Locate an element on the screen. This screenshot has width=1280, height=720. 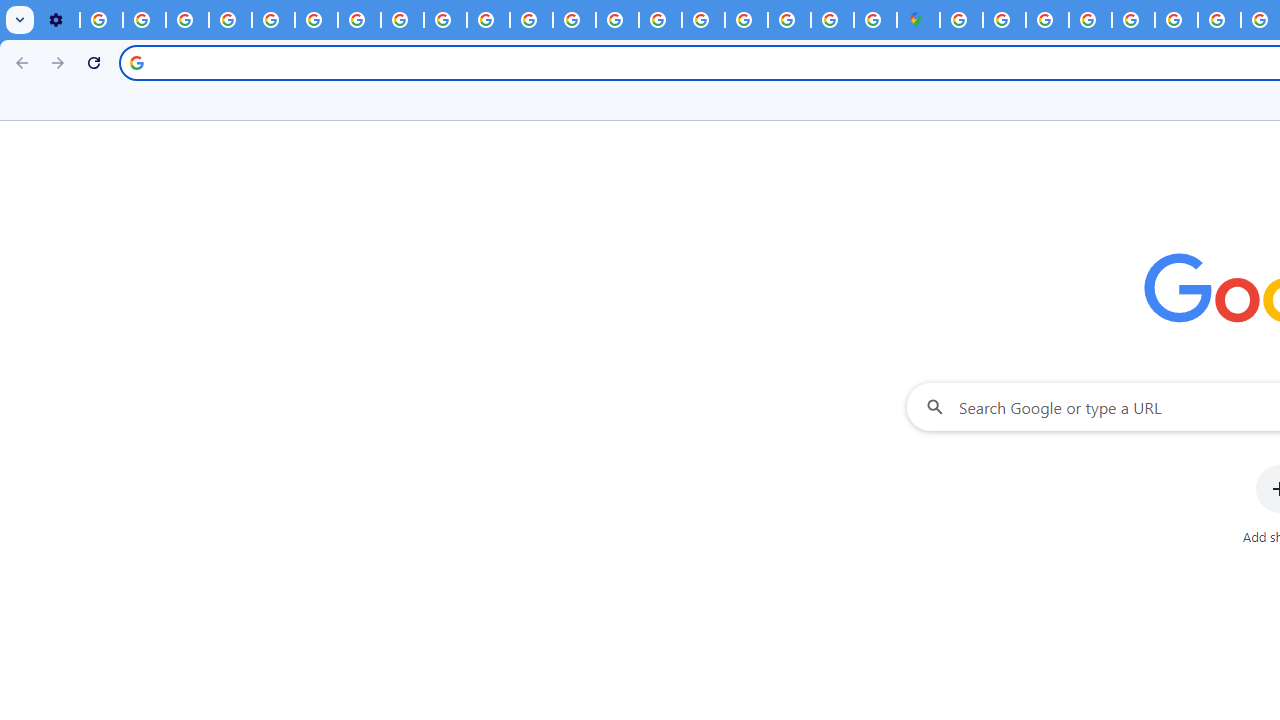
'Privacy Help Center - Policies Help' is located at coordinates (573, 20).